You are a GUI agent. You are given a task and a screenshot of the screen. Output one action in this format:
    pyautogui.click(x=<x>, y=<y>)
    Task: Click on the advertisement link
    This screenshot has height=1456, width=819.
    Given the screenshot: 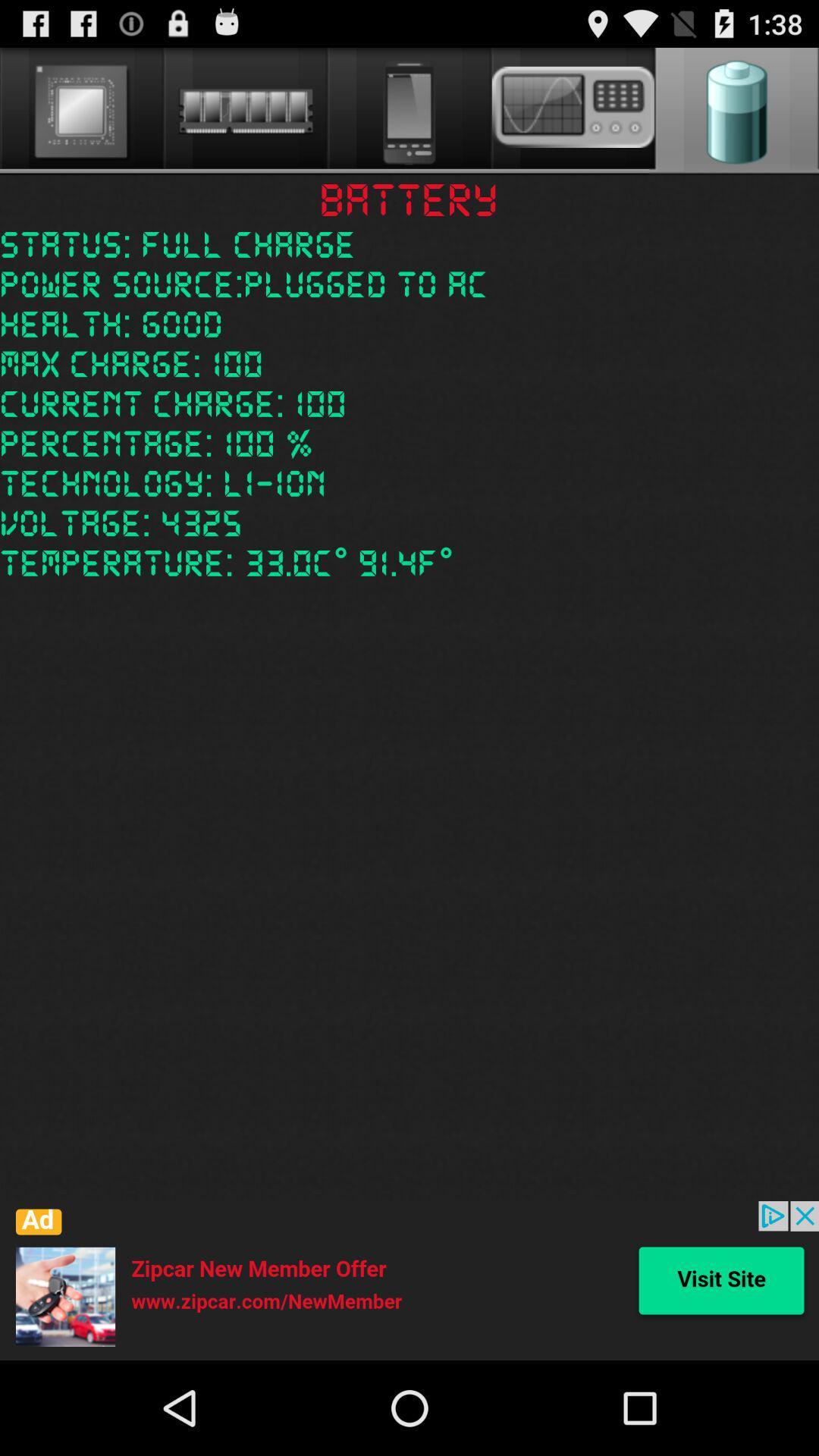 What is the action you would take?
    pyautogui.click(x=409, y=1280)
    